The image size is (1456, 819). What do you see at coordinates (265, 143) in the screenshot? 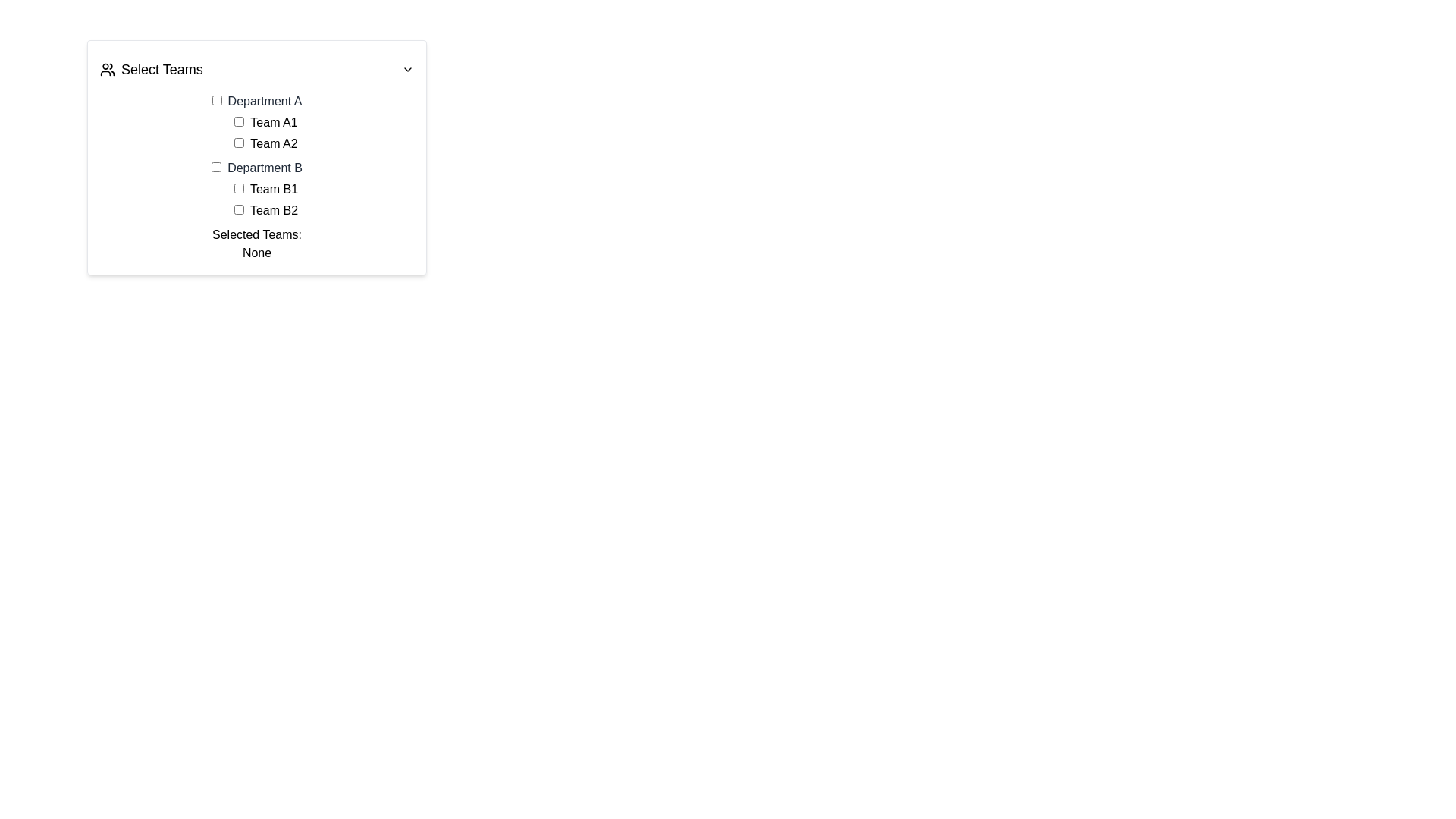
I see `the label 'Team A2' of the checkbox to possibly see additional information` at bounding box center [265, 143].